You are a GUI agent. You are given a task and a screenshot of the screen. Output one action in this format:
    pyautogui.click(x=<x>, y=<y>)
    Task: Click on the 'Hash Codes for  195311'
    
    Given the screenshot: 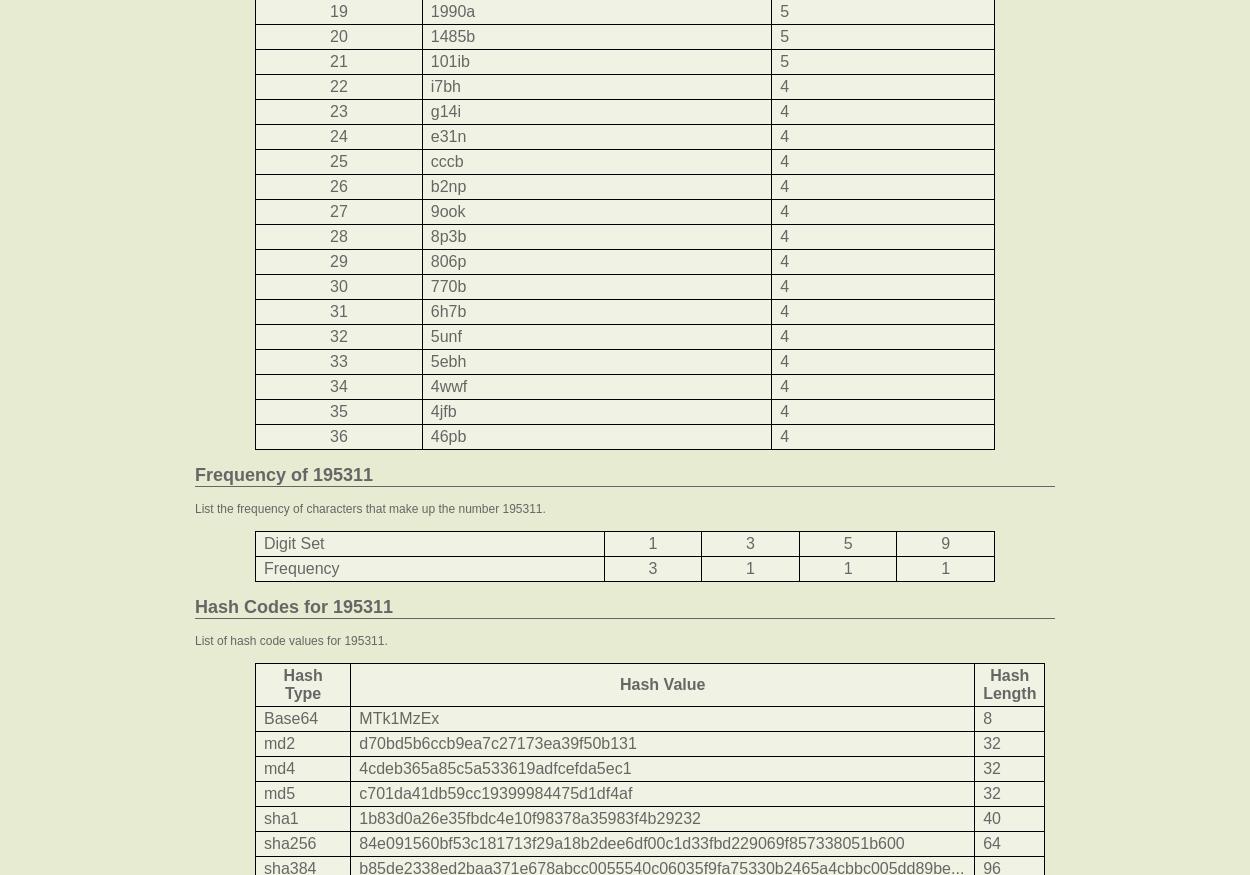 What is the action you would take?
    pyautogui.click(x=294, y=606)
    